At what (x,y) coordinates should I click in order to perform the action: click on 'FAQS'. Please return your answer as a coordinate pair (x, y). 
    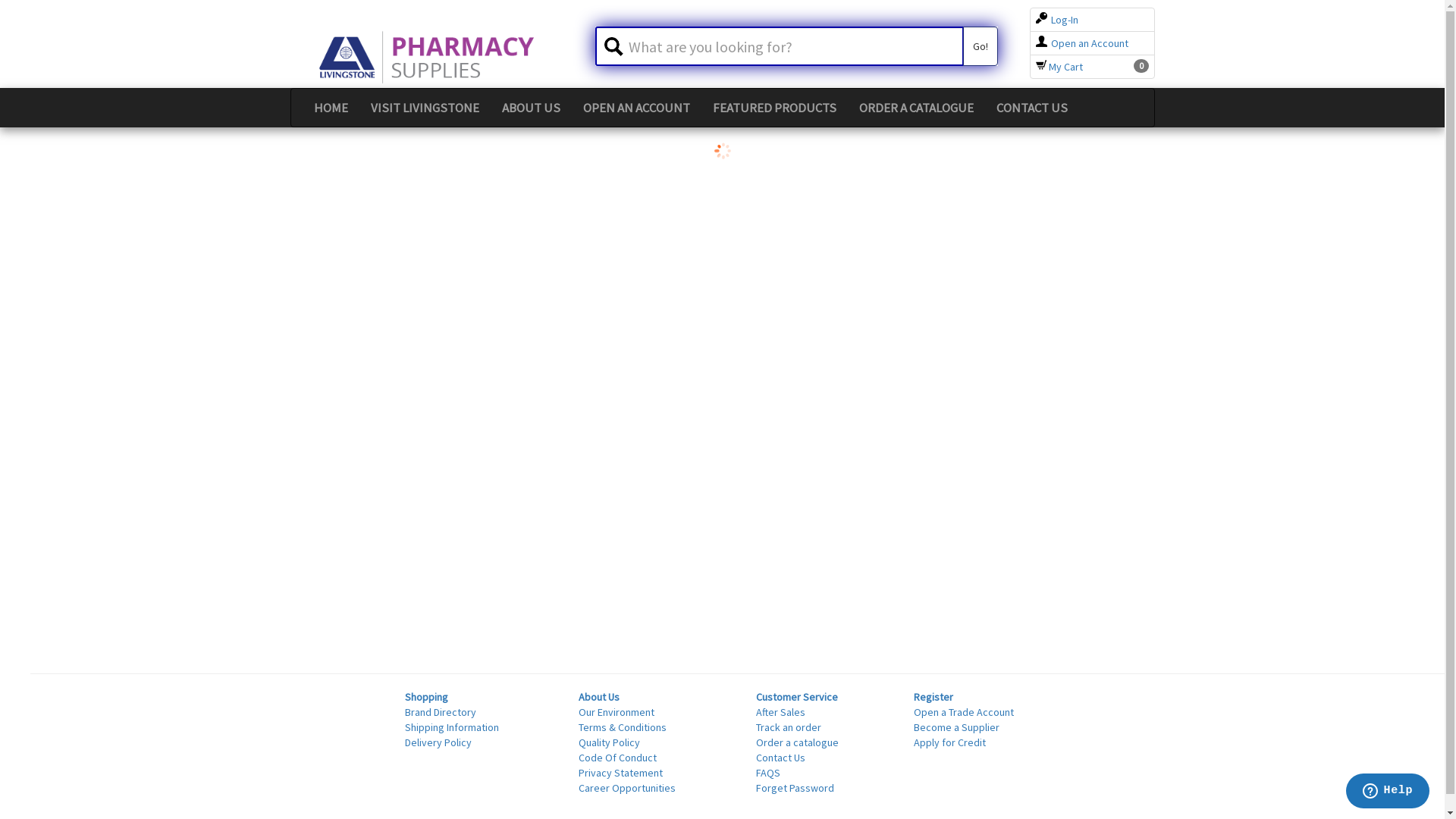
    Looking at the image, I should click on (767, 772).